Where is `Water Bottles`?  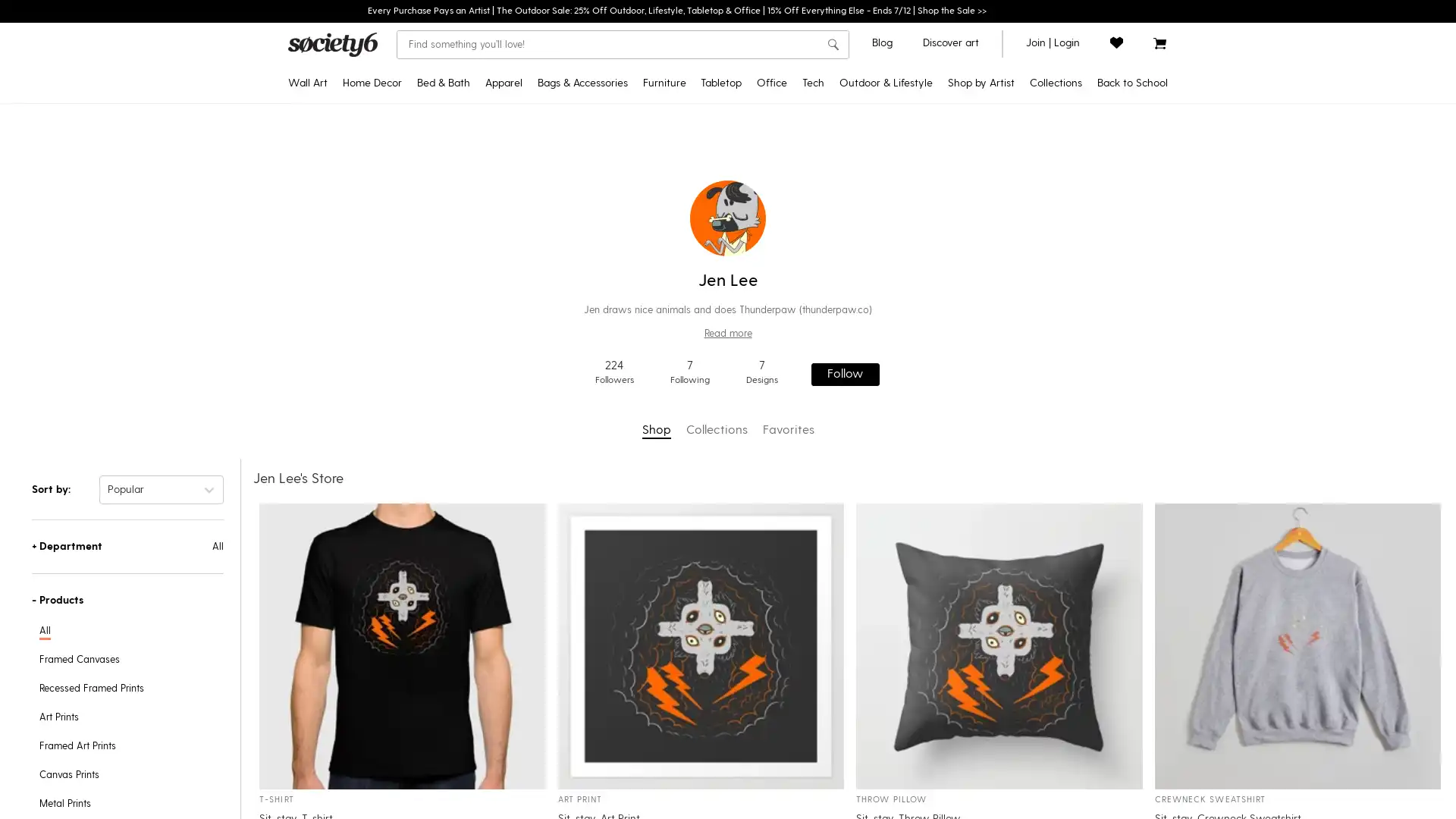
Water Bottles is located at coordinates (907, 195).